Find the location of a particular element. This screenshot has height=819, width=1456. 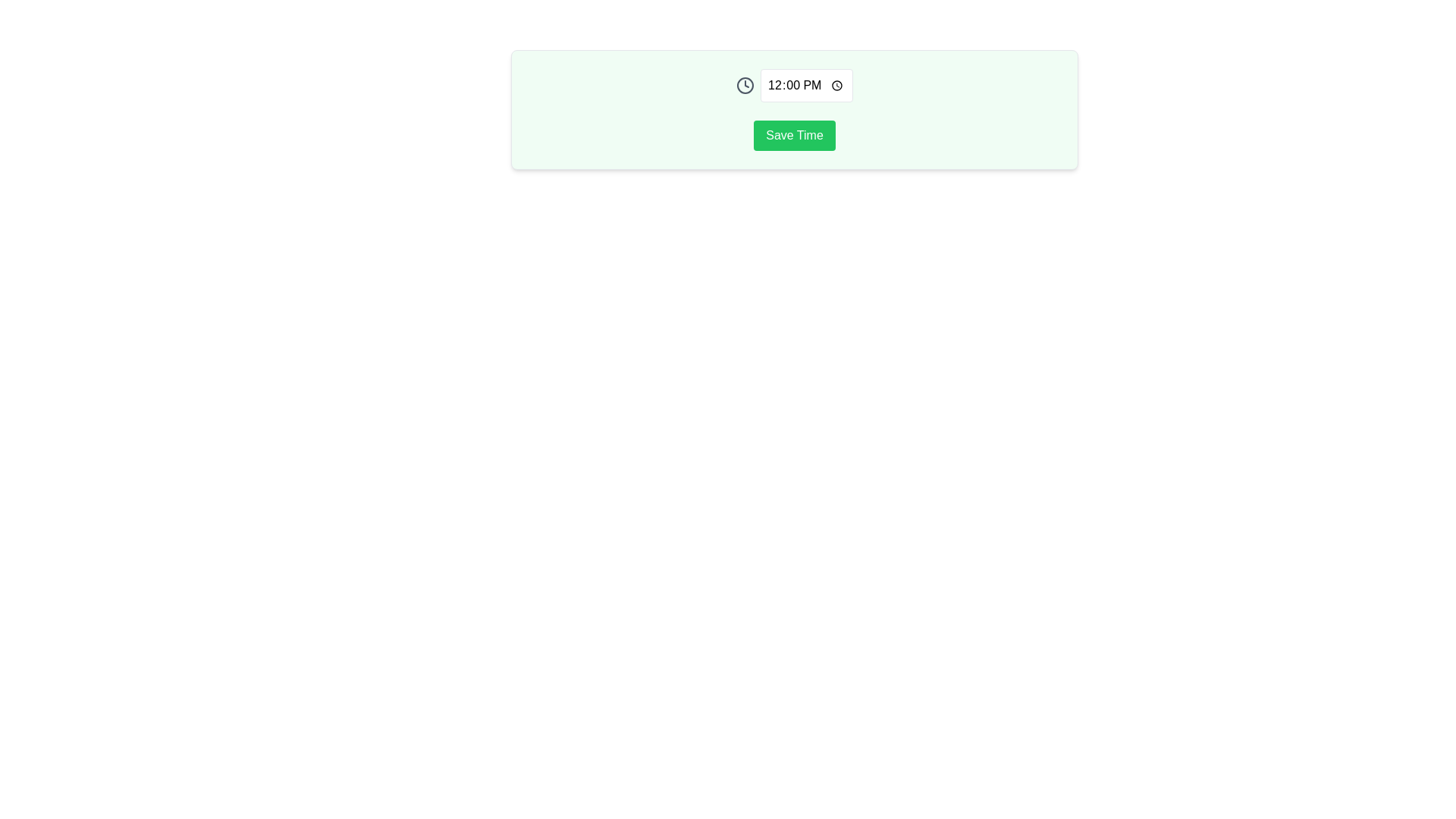

the green rectangular button labeled 'Save Time' is located at coordinates (793, 109).